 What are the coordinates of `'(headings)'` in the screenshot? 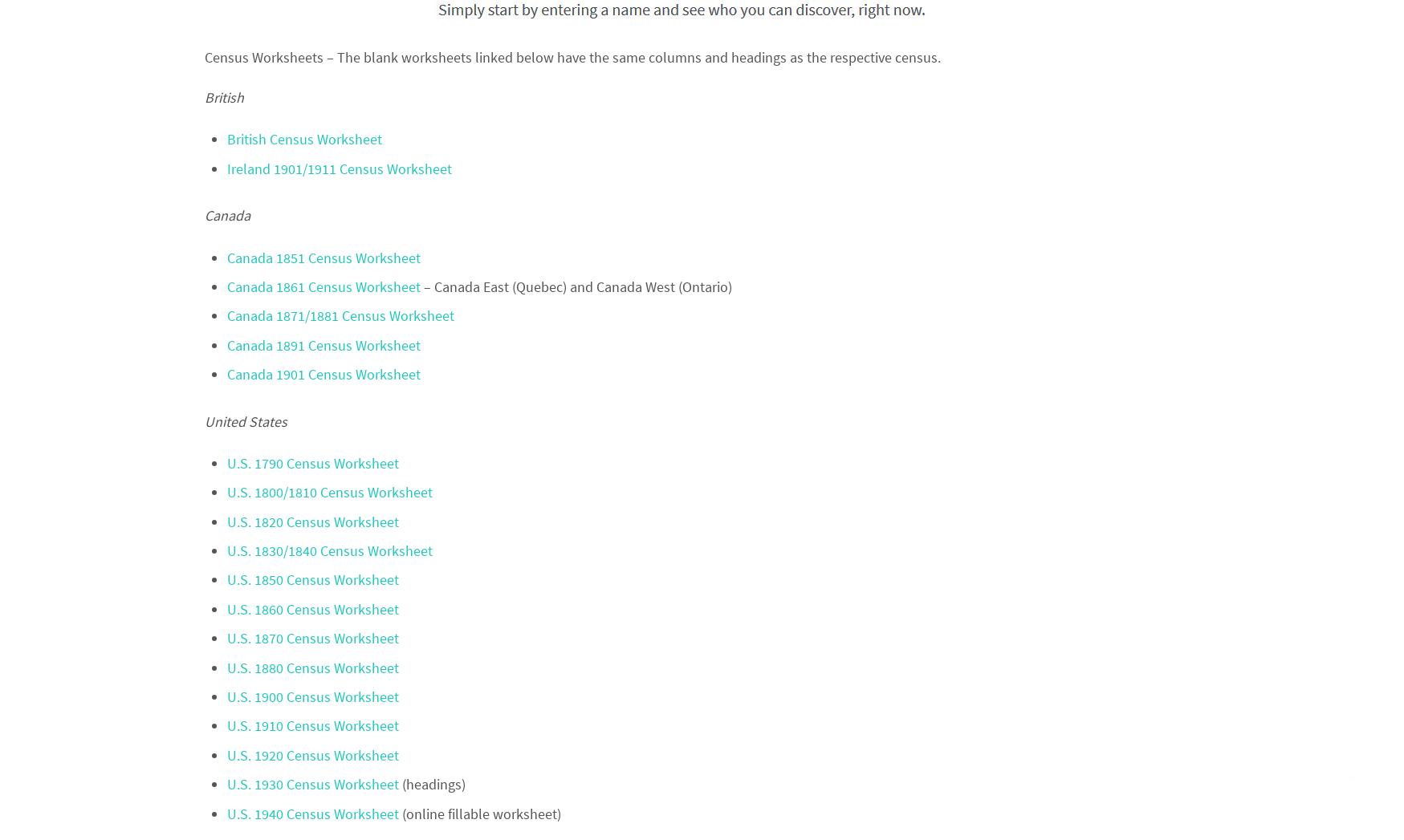 It's located at (399, 783).